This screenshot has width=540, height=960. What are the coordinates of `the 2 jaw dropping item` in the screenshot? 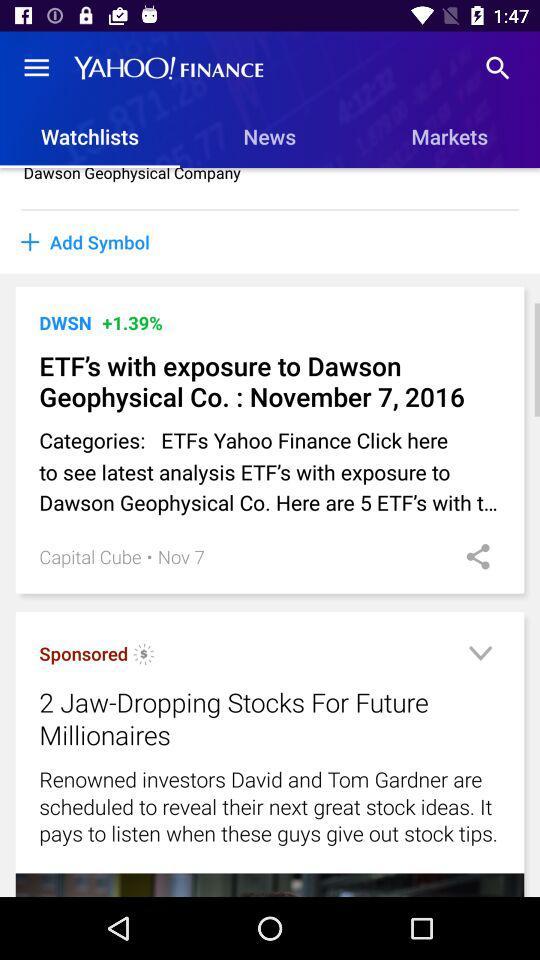 It's located at (245, 718).